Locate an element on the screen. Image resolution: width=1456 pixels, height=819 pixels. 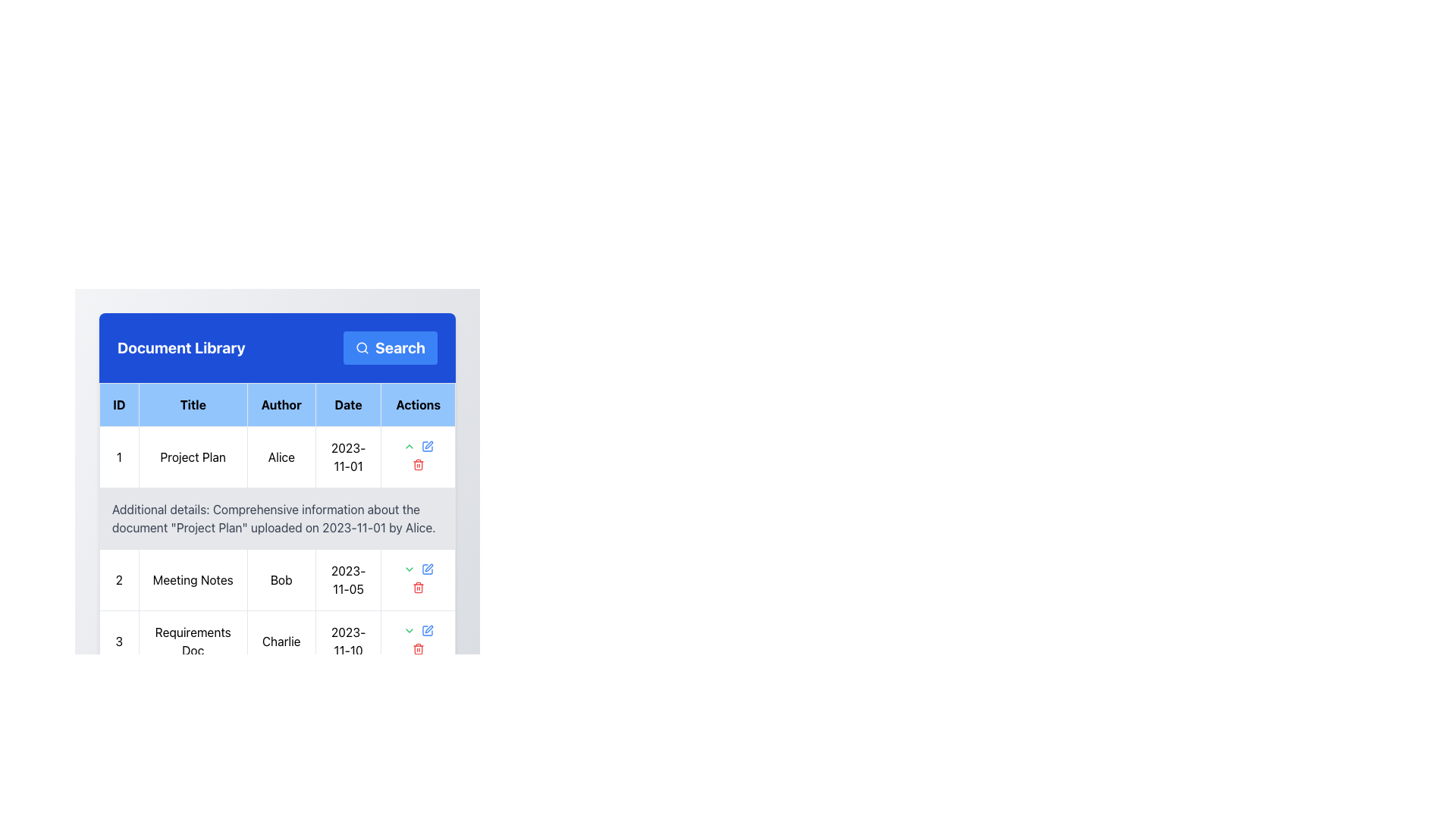
the edit button for the document titled 'Meeting Notes' authored by 'Bob', dated '2023-11-05' is located at coordinates (428, 567).